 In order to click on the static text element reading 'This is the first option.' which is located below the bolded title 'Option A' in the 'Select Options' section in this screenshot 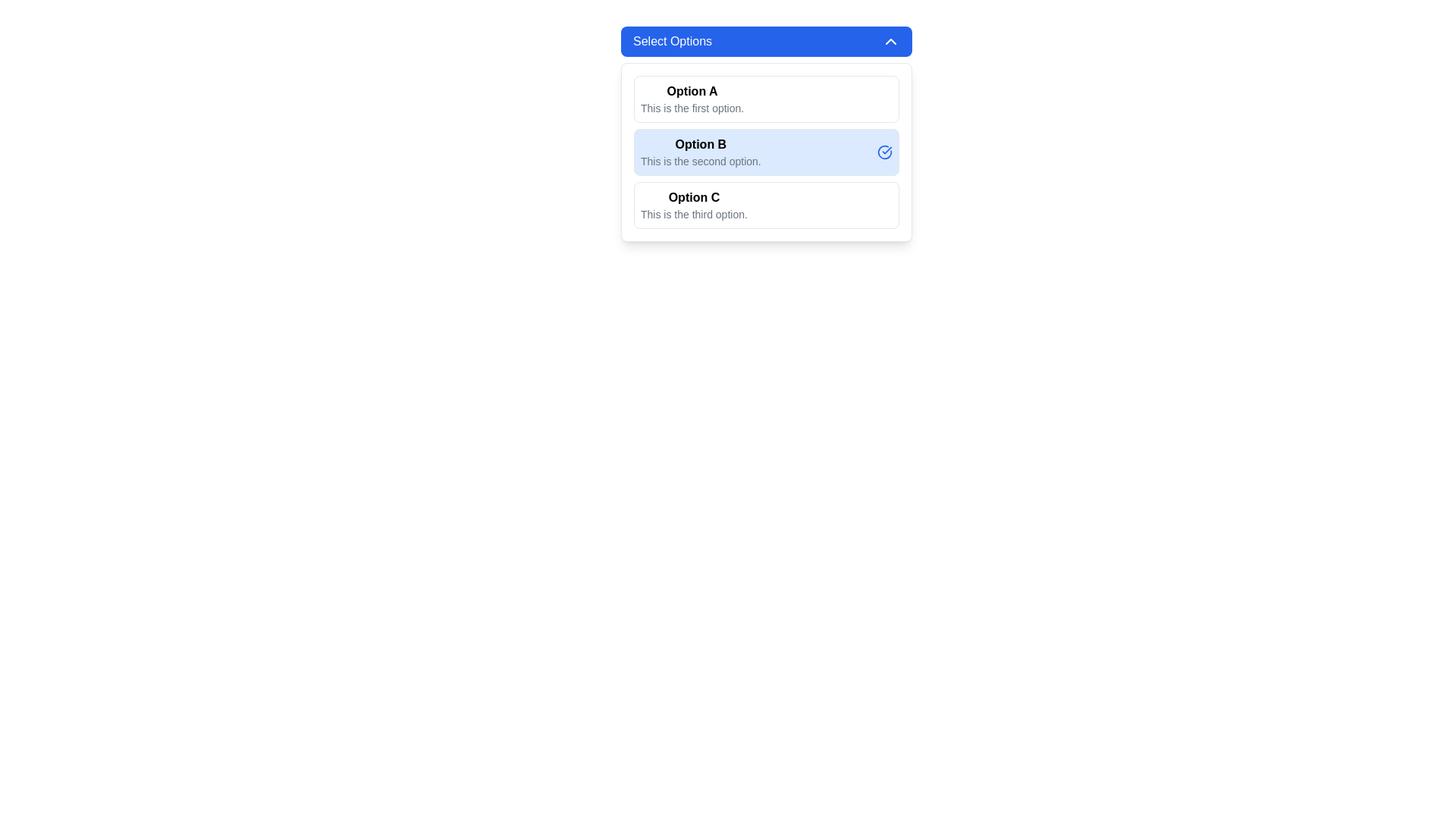, I will do `click(692, 107)`.